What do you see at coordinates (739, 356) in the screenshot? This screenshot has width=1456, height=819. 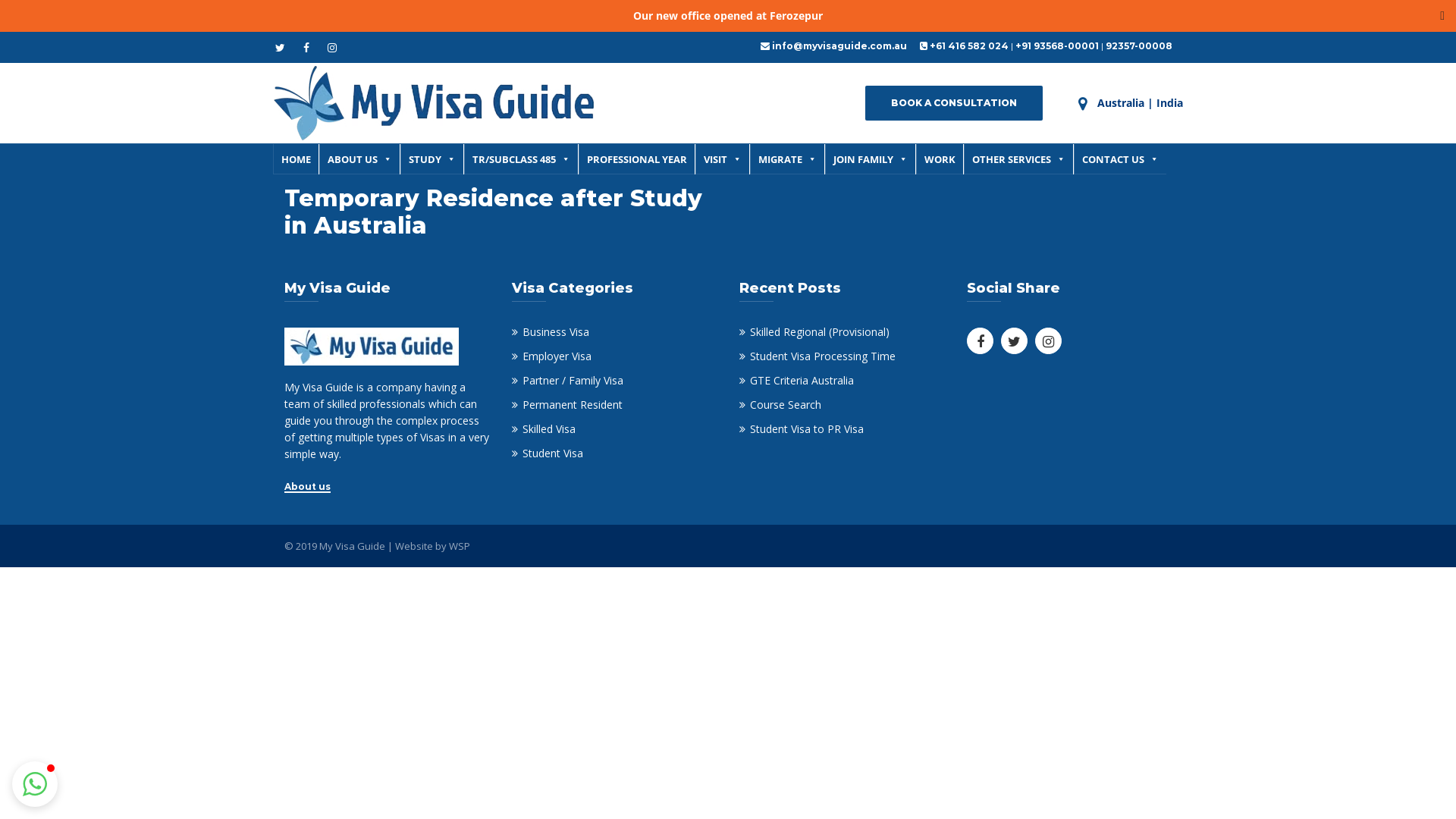 I see `'Student Visa Processing Time'` at bounding box center [739, 356].